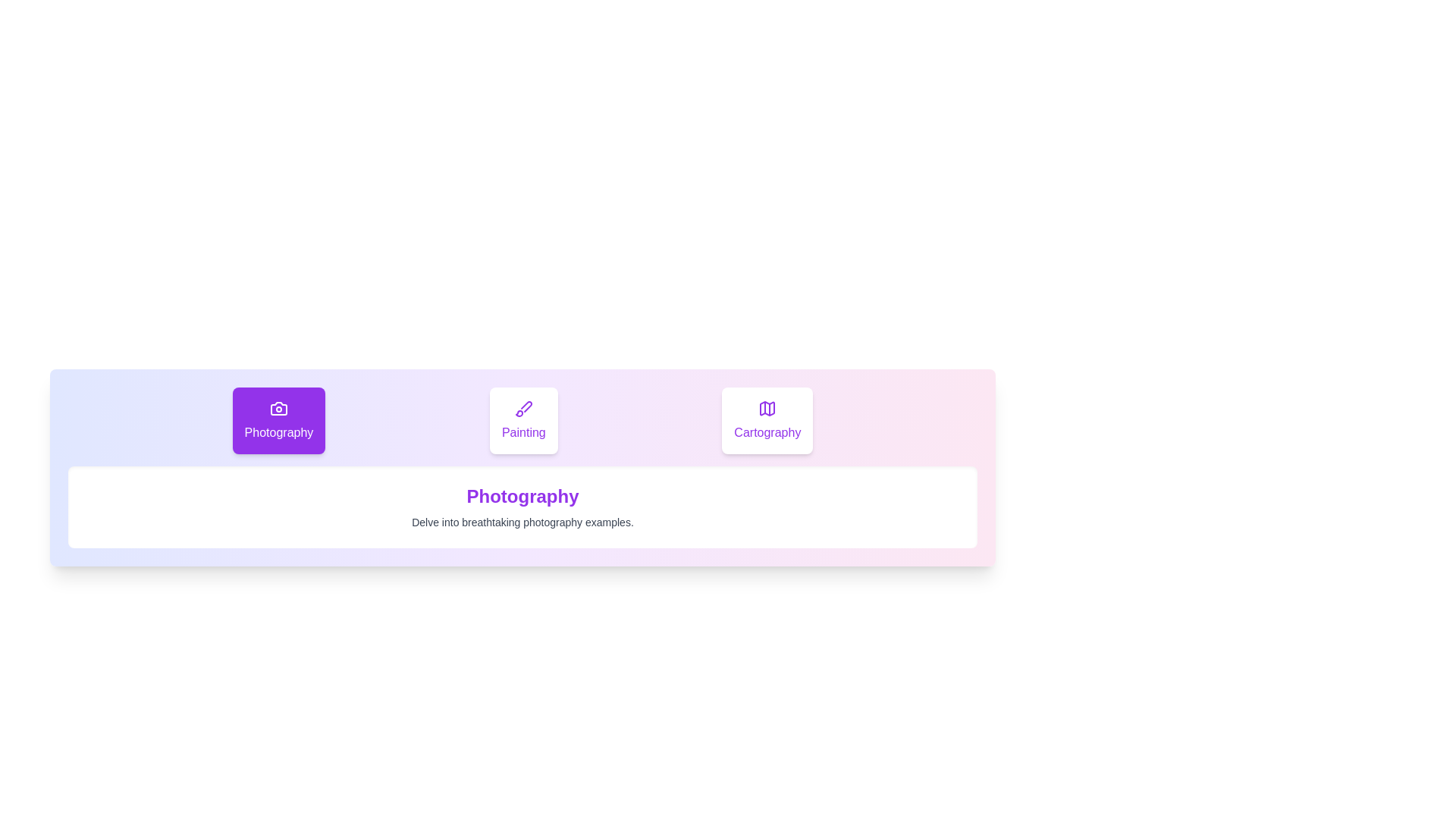 This screenshot has width=1456, height=819. I want to click on the tab labeled Cartography to switch to its content, so click(767, 421).